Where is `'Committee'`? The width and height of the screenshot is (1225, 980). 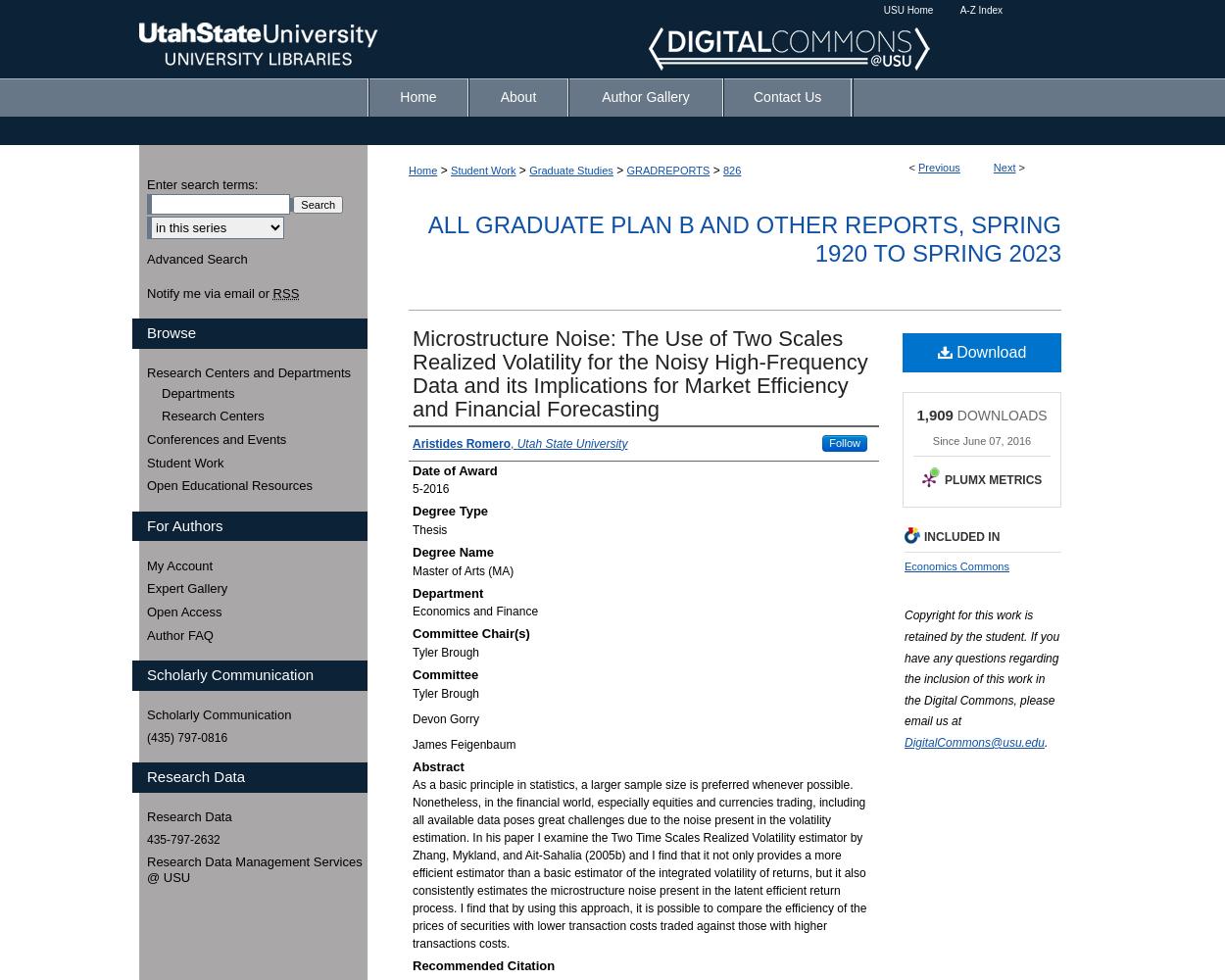
'Committee' is located at coordinates (444, 674).